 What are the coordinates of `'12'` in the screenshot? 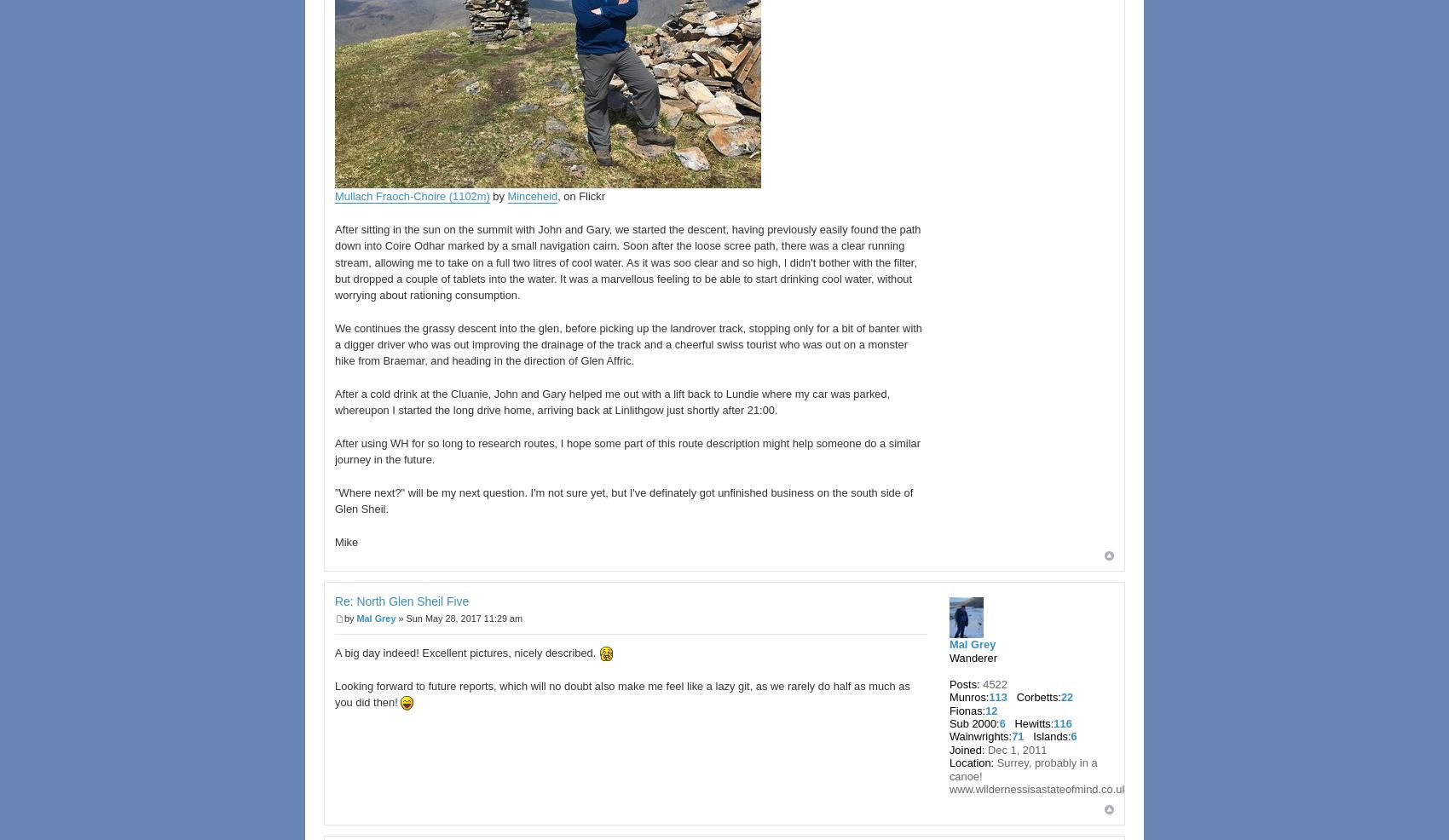 It's located at (990, 709).